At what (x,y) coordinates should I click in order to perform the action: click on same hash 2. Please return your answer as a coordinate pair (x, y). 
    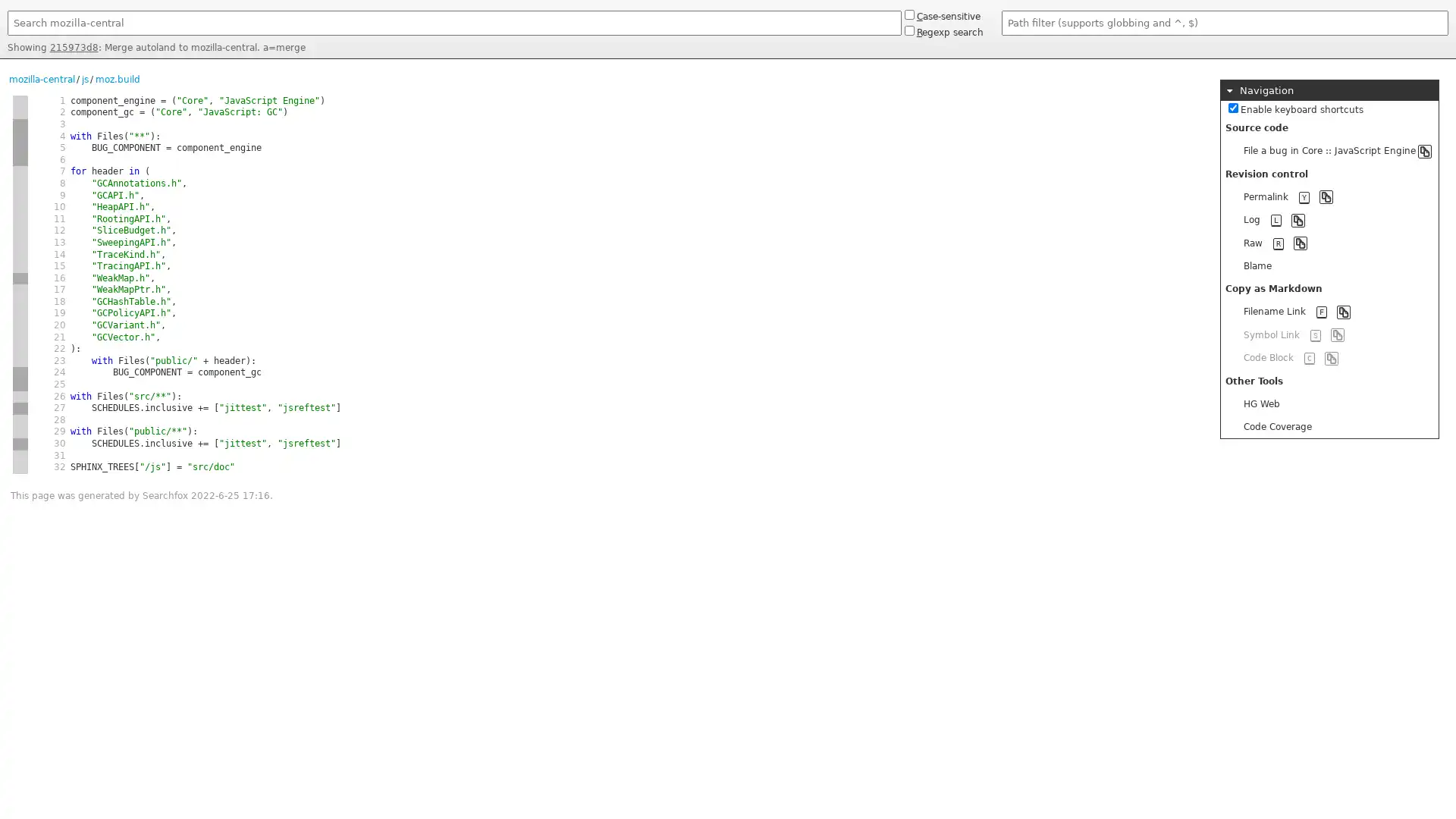
    Looking at the image, I should click on (20, 160).